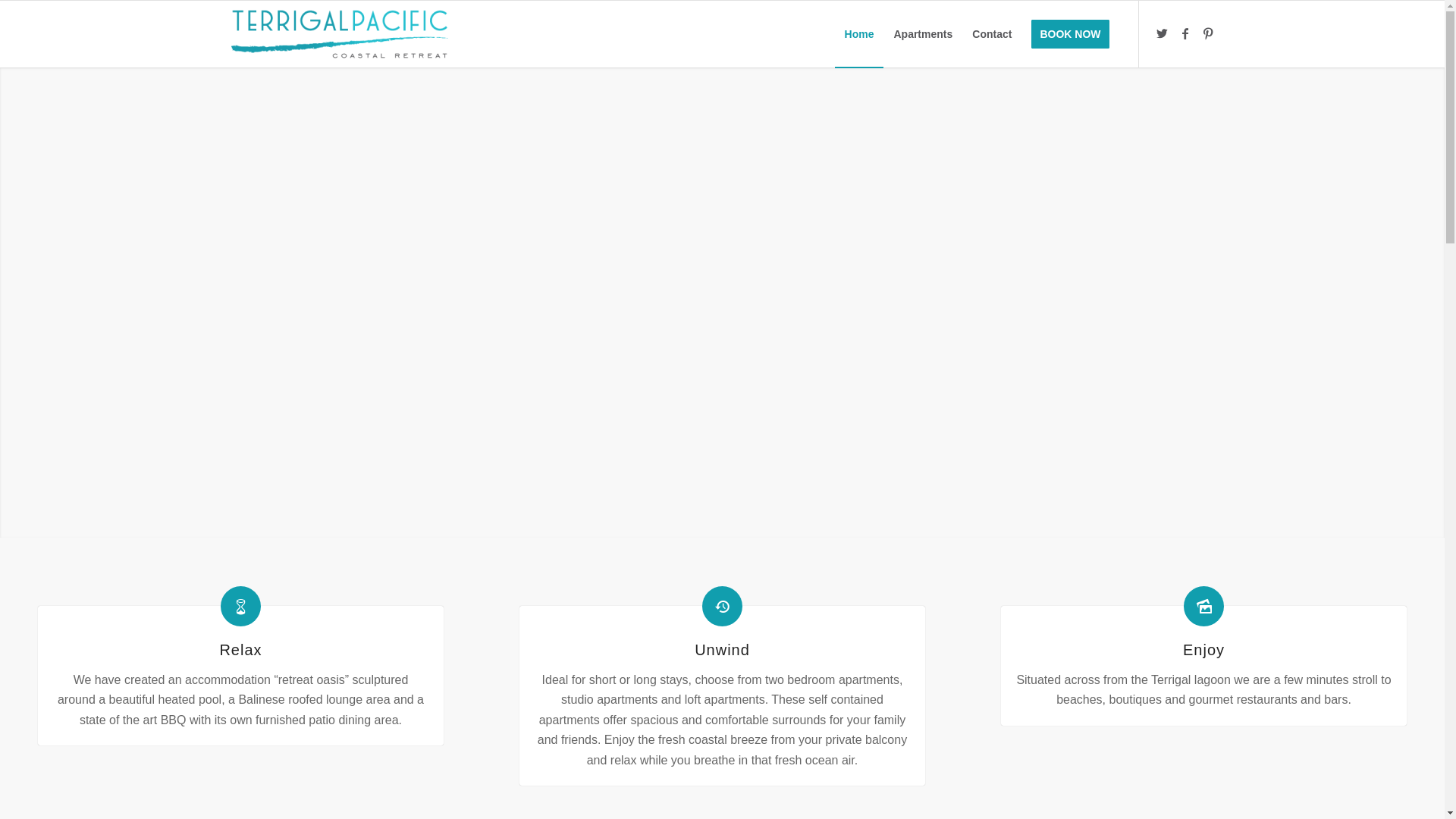 The height and width of the screenshot is (819, 1456). I want to click on 'Twitter', so click(1161, 33).